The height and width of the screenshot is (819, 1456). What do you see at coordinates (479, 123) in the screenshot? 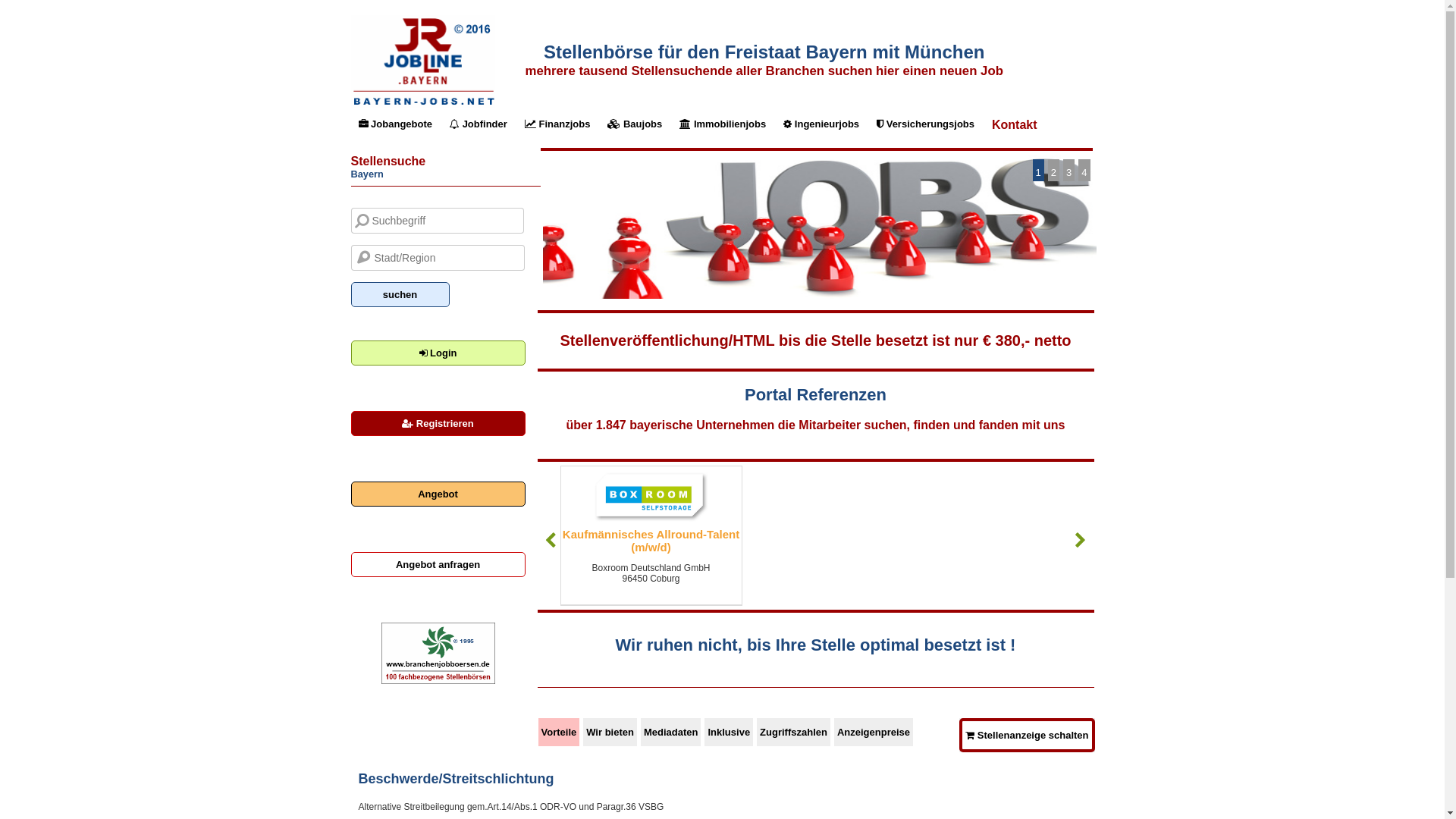
I see `'Jobfinder'` at bounding box center [479, 123].